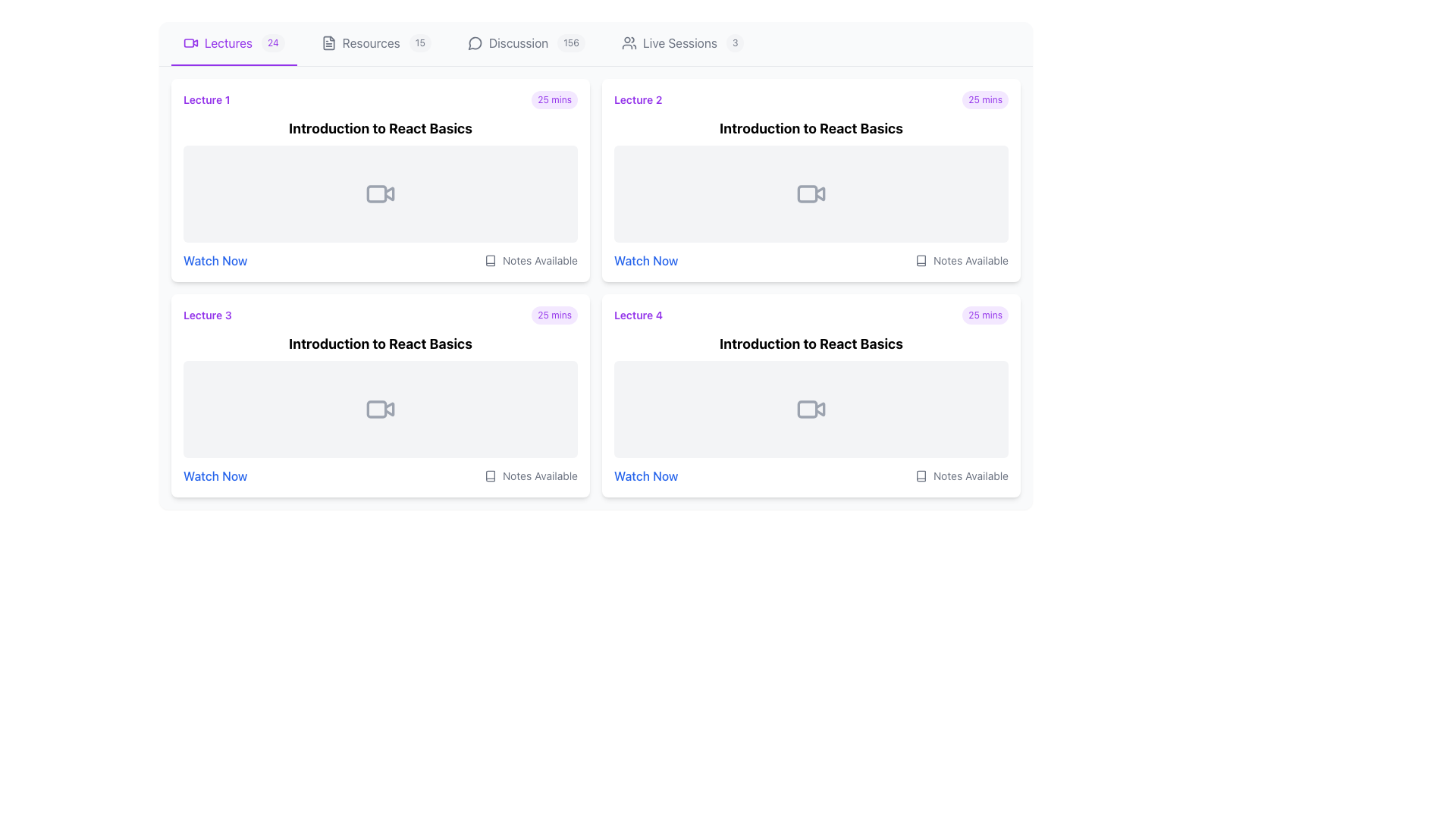 This screenshot has height=819, width=1456. Describe the element at coordinates (638, 99) in the screenshot. I see `text of the title label for the second lecture located in the first column of the grid layout` at that location.